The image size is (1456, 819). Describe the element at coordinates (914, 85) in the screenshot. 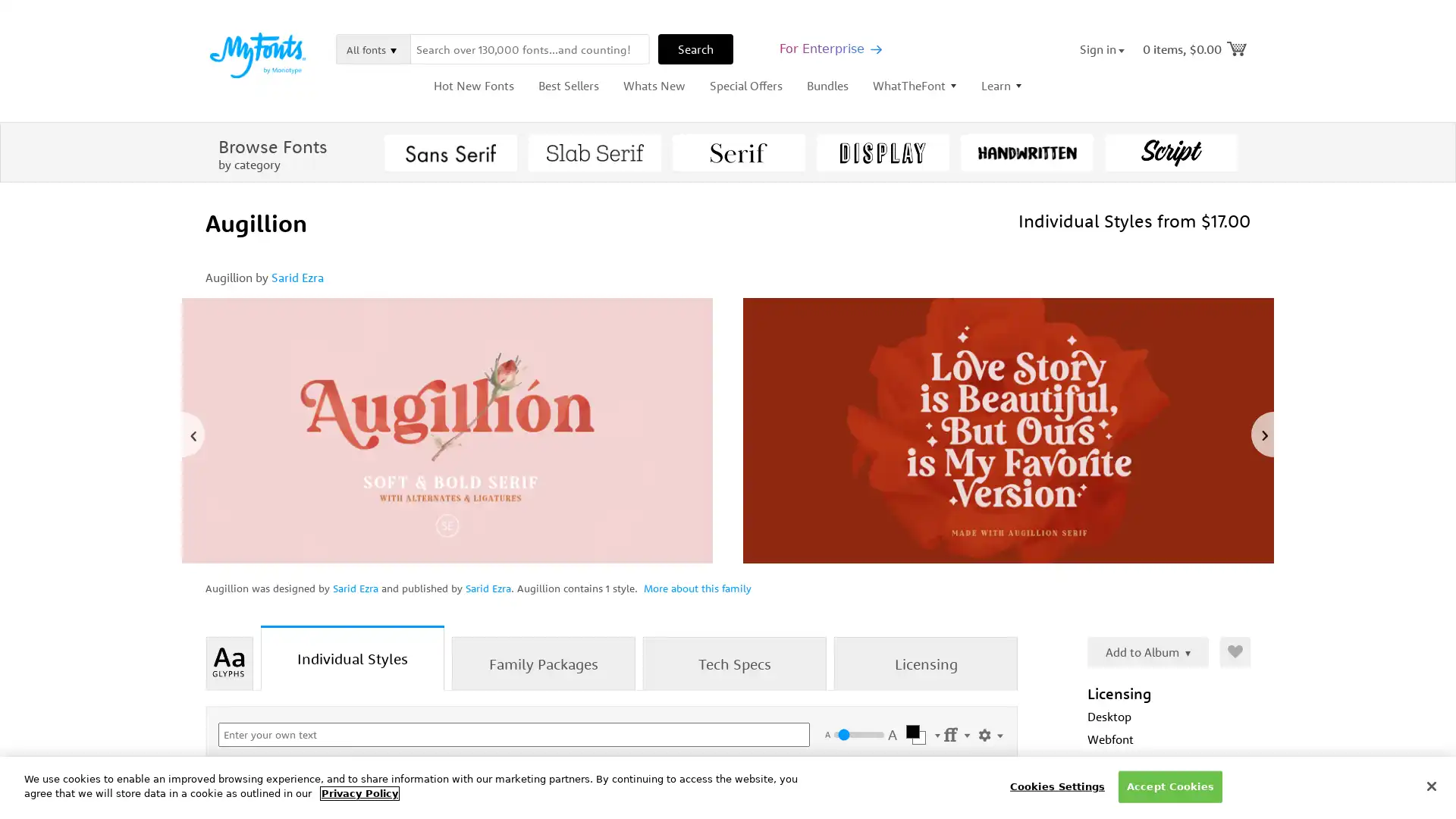

I see `WhatTheFont` at that location.